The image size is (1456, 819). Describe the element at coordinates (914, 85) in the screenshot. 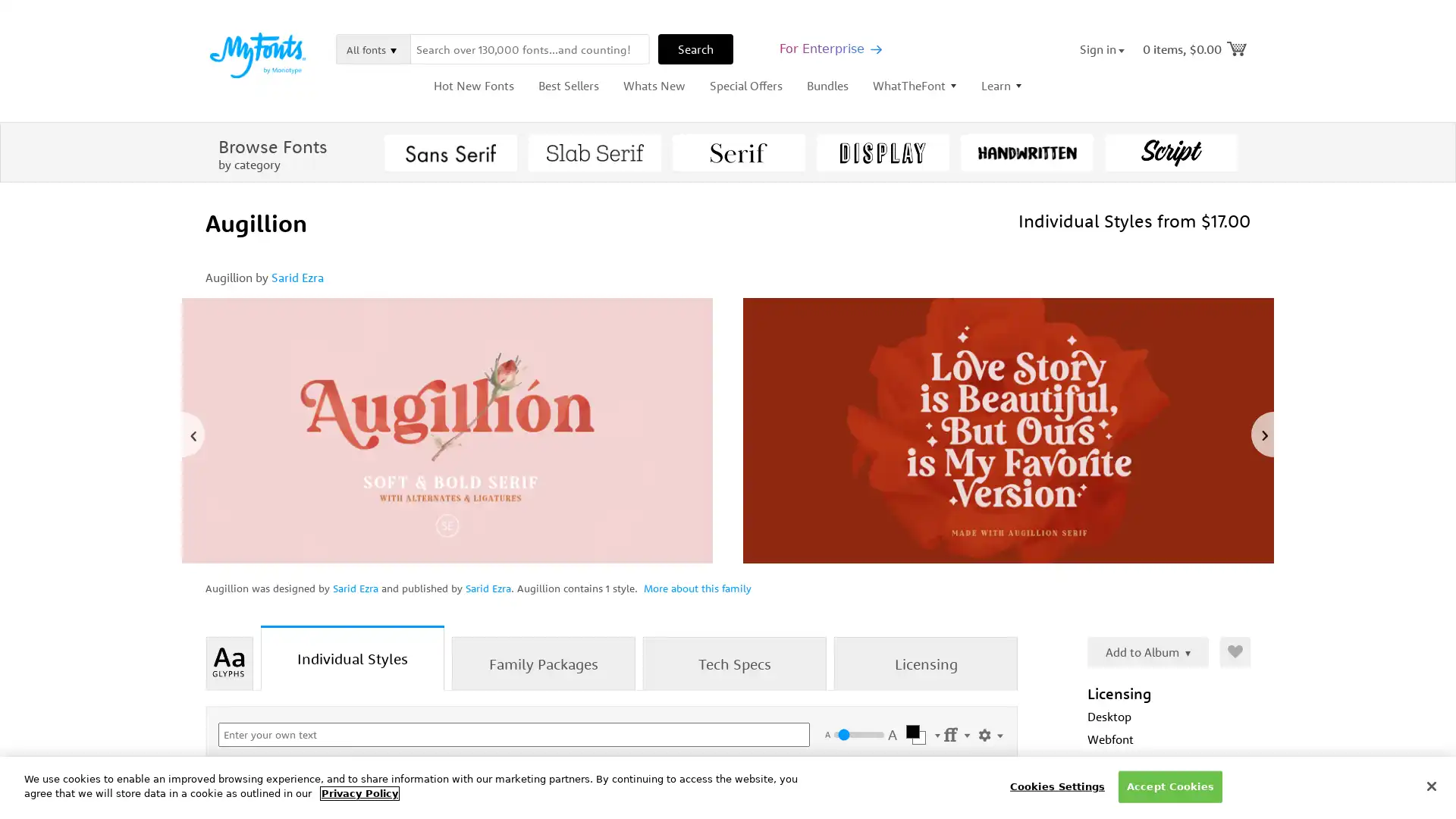

I see `WhatTheFont` at that location.